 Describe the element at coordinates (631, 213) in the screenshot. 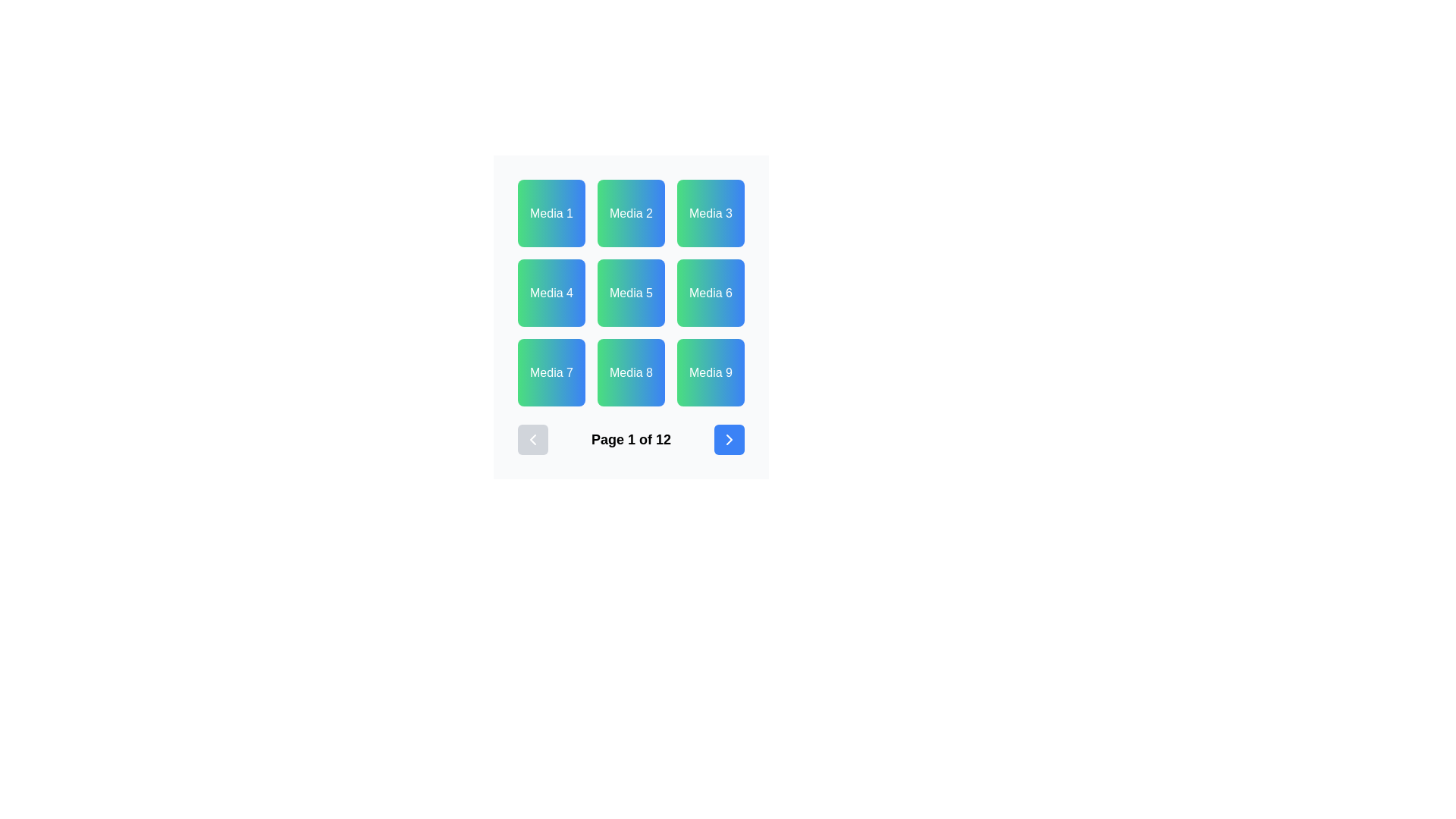

I see `the static label or display card located in the top row of a 3x3 grid, positioned between 'Media 1' and 'Media 3'` at that location.